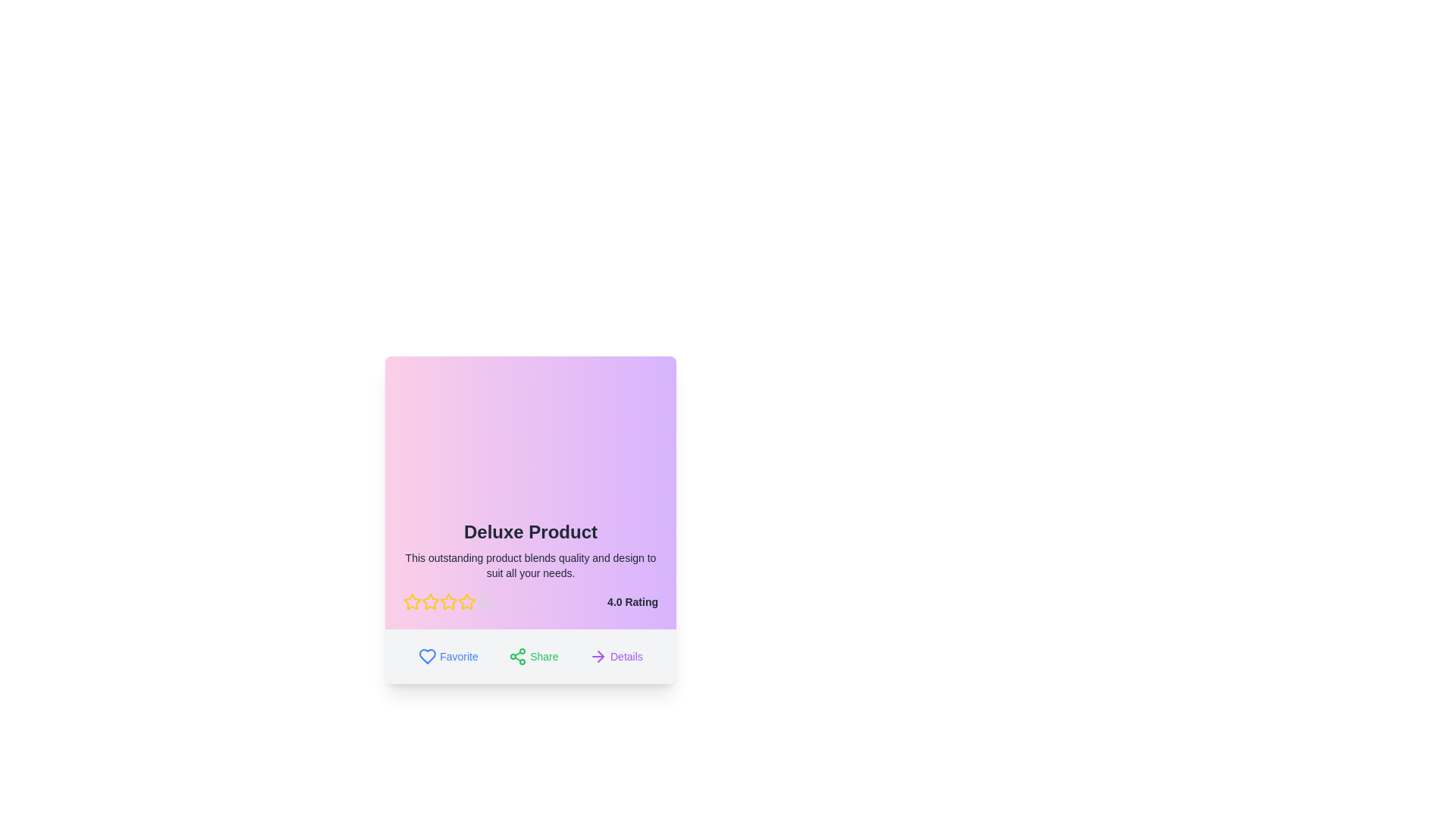  What do you see at coordinates (466, 601) in the screenshot?
I see `the sixth star icon representing a rating level in the rating stars below the 'Deluxe Product' text and aligned with the '4.0 Rating' indicator` at bounding box center [466, 601].